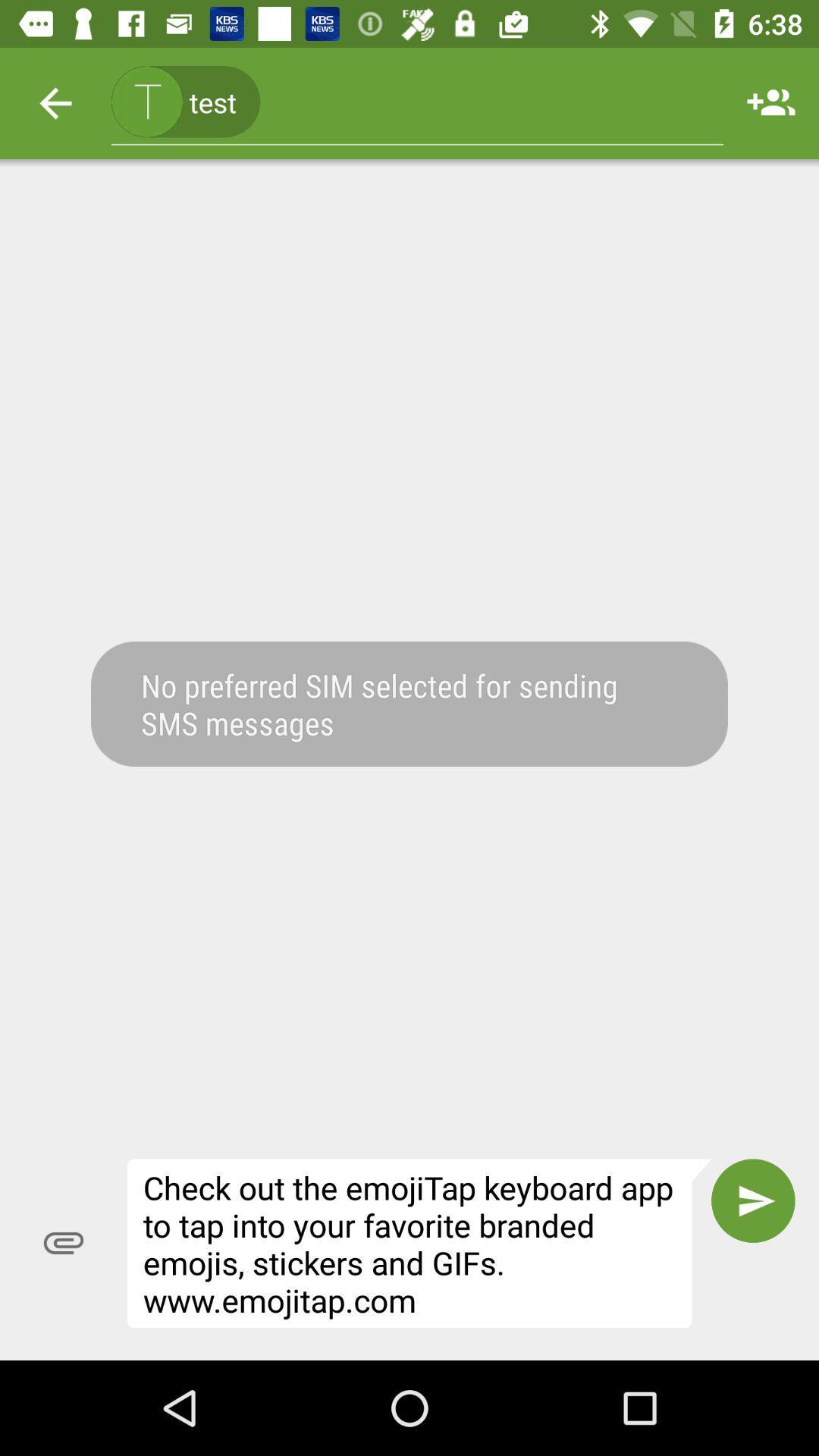 Image resolution: width=819 pixels, height=1456 pixels. I want to click on the item next to (415) 123-4567,  icon, so click(771, 102).